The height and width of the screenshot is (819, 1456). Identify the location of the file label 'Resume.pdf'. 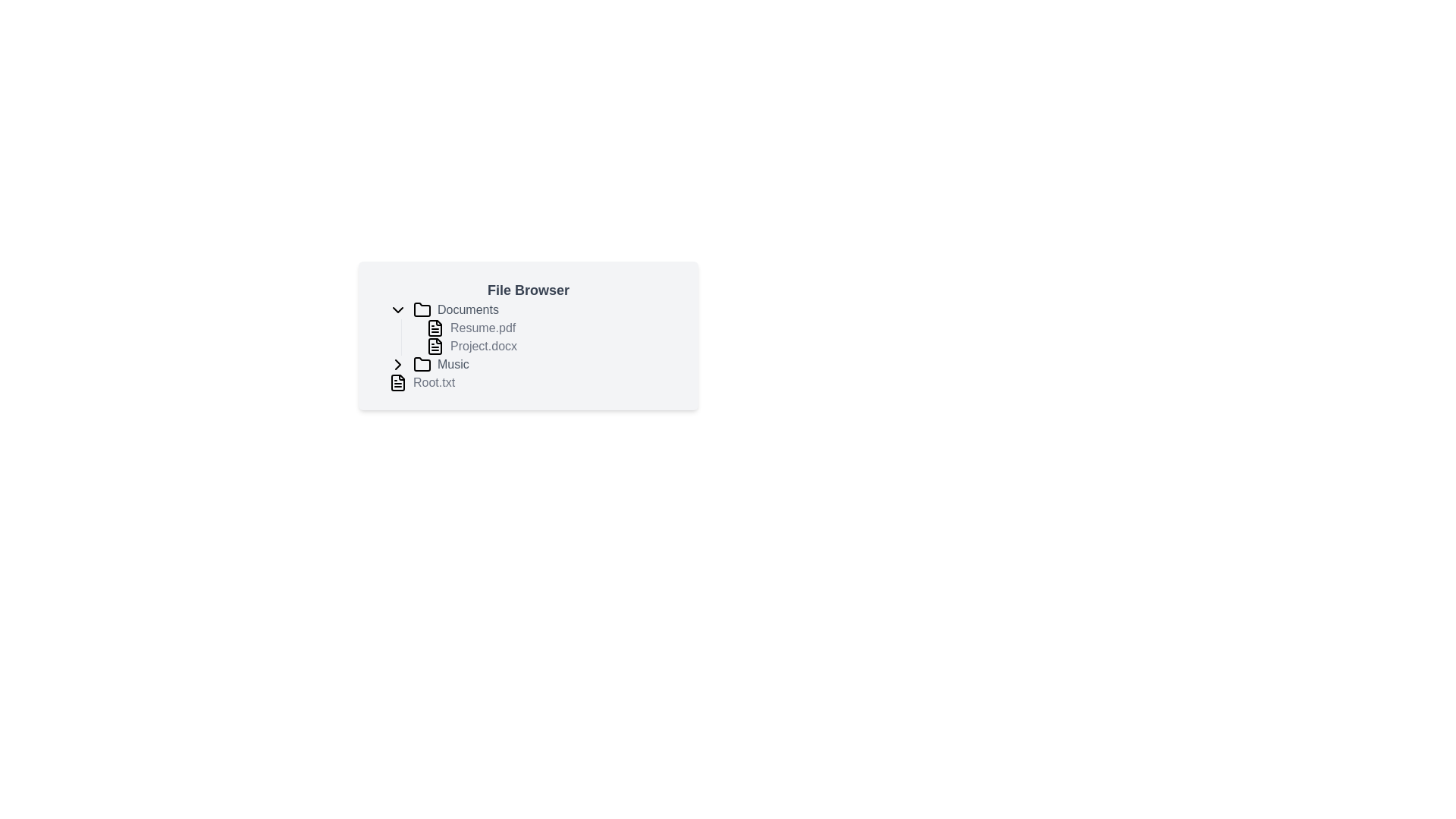
(469, 327).